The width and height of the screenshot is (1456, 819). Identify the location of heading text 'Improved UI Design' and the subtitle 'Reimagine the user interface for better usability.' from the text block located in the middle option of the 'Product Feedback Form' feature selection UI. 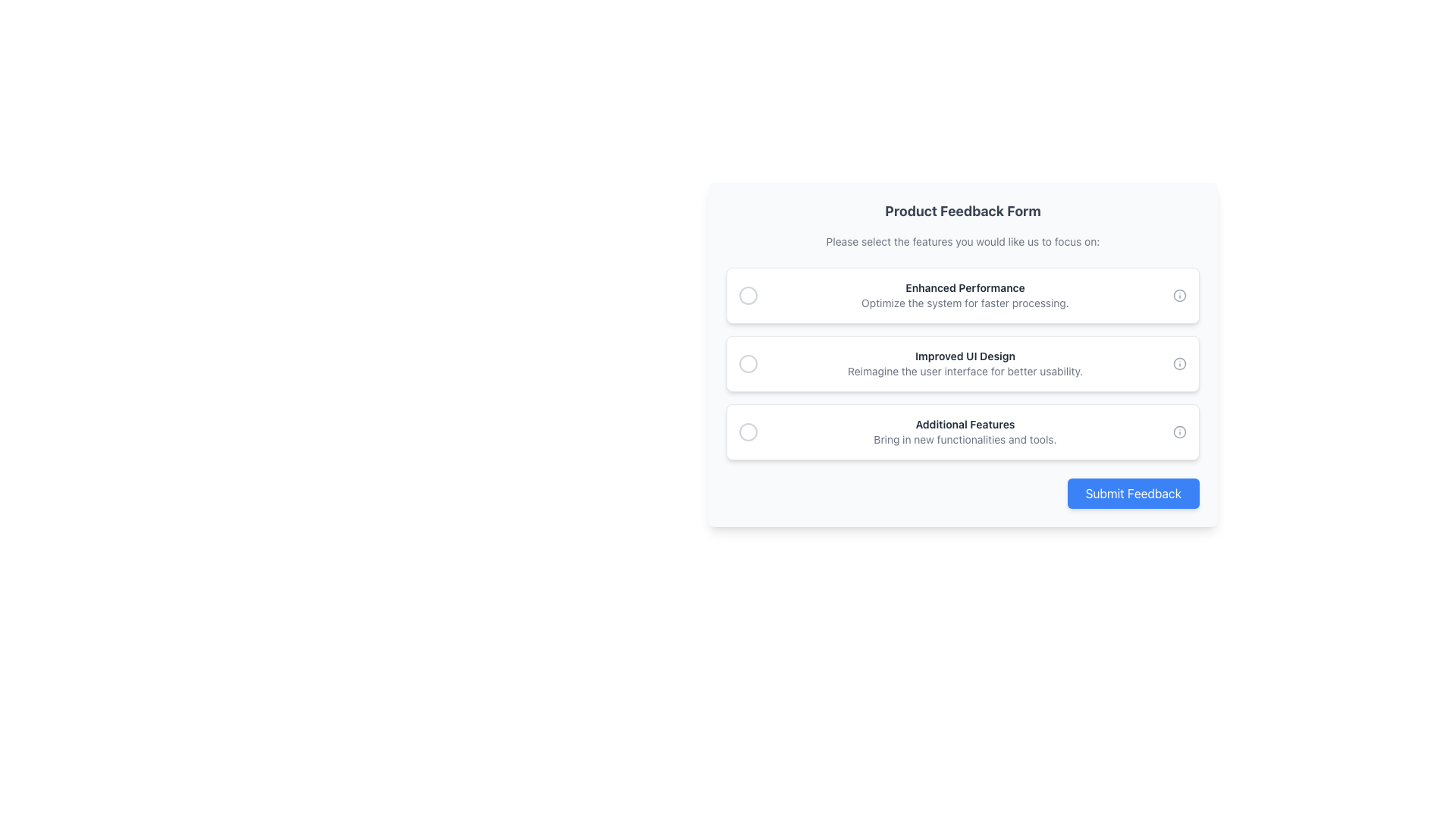
(964, 363).